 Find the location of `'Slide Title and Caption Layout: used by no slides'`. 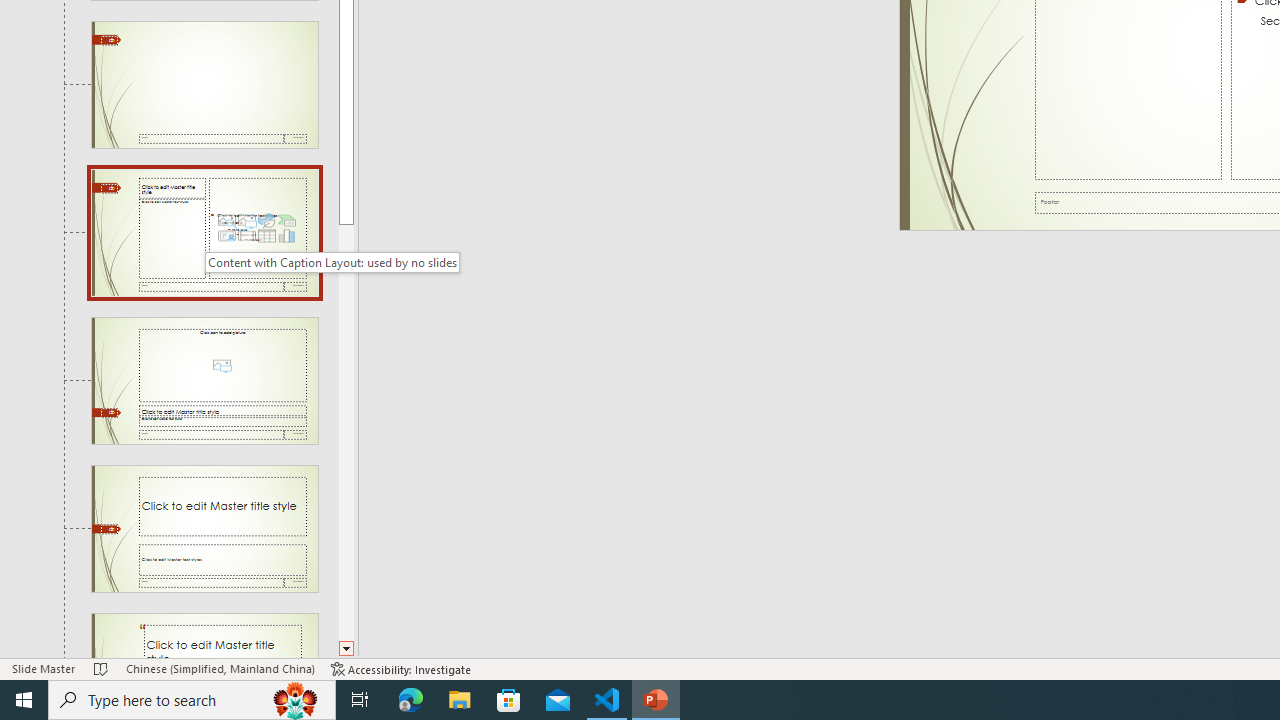

'Slide Title and Caption Layout: used by no slides' is located at coordinates (204, 527).